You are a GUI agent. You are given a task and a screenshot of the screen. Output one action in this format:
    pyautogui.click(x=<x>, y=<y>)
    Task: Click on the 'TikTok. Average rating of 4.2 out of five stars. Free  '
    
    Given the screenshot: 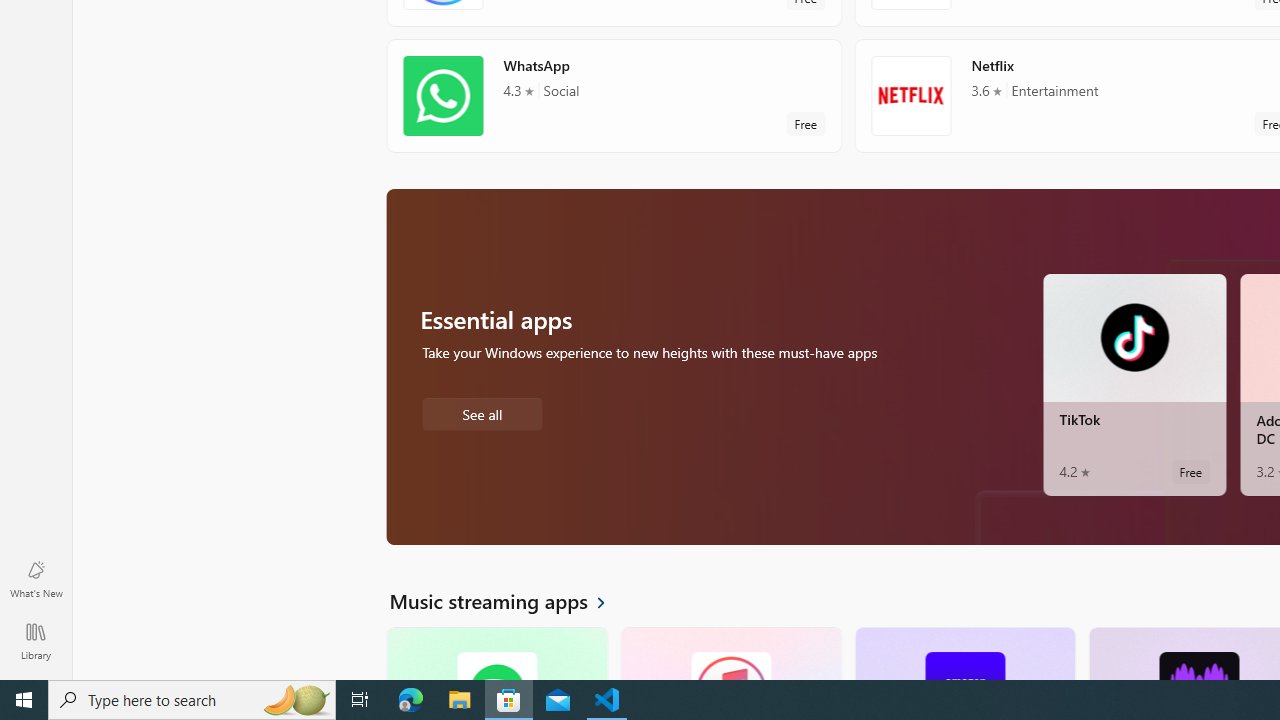 What is the action you would take?
    pyautogui.click(x=1134, y=384)
    